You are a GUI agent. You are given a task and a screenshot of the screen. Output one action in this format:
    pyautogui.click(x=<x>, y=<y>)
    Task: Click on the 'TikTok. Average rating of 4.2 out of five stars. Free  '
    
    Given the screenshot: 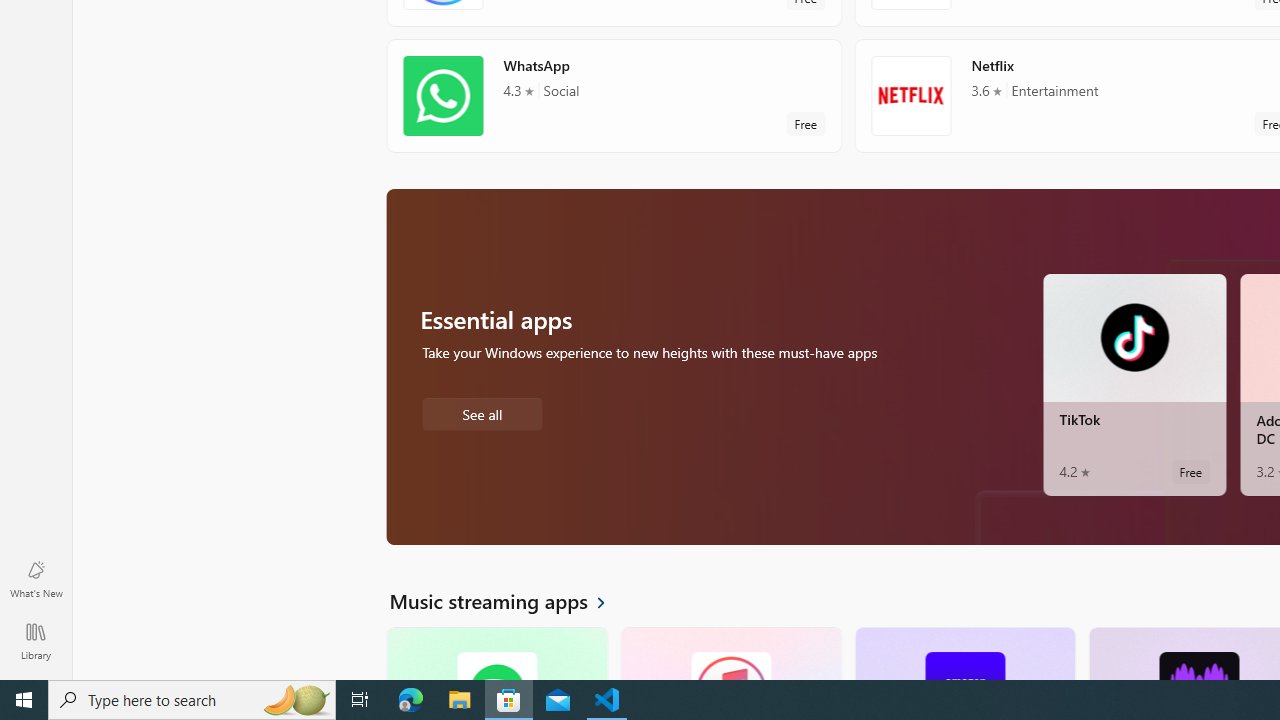 What is the action you would take?
    pyautogui.click(x=1134, y=384)
    